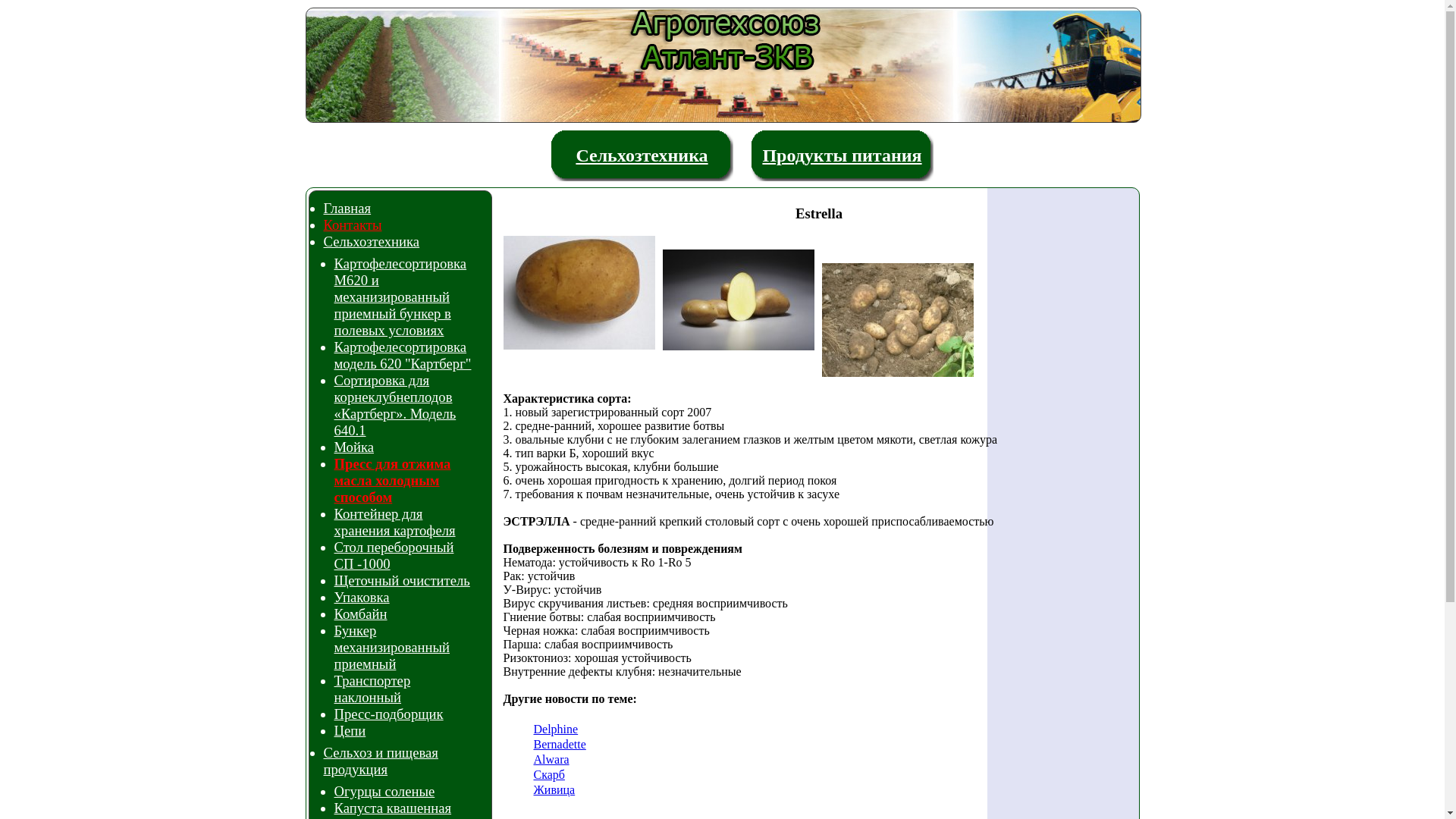  Describe the element at coordinates (582, 296) in the screenshot. I see `'Estrella'` at that location.